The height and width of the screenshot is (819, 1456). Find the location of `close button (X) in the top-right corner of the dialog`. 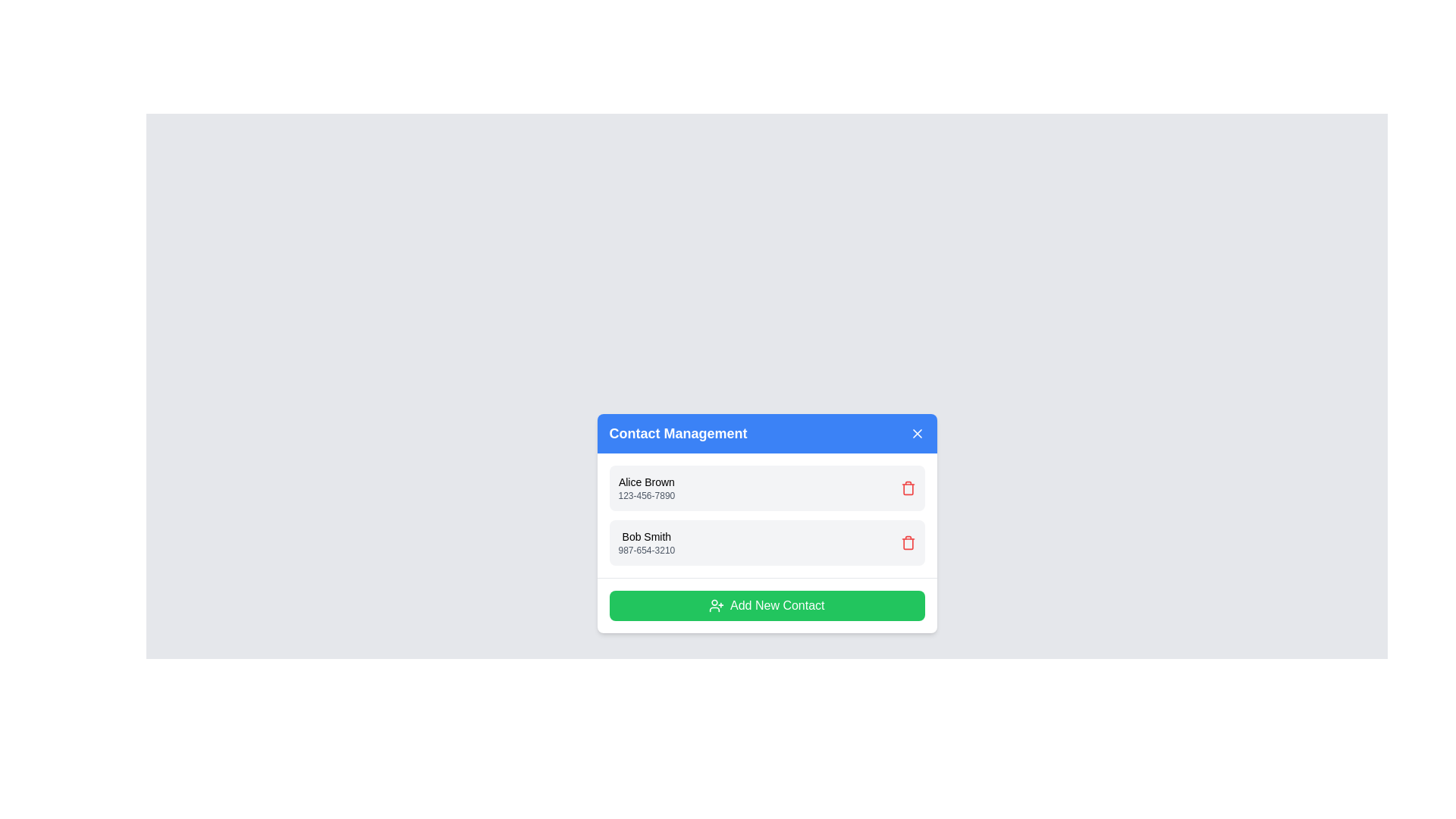

close button (X) in the top-right corner of the dialog is located at coordinates (916, 433).